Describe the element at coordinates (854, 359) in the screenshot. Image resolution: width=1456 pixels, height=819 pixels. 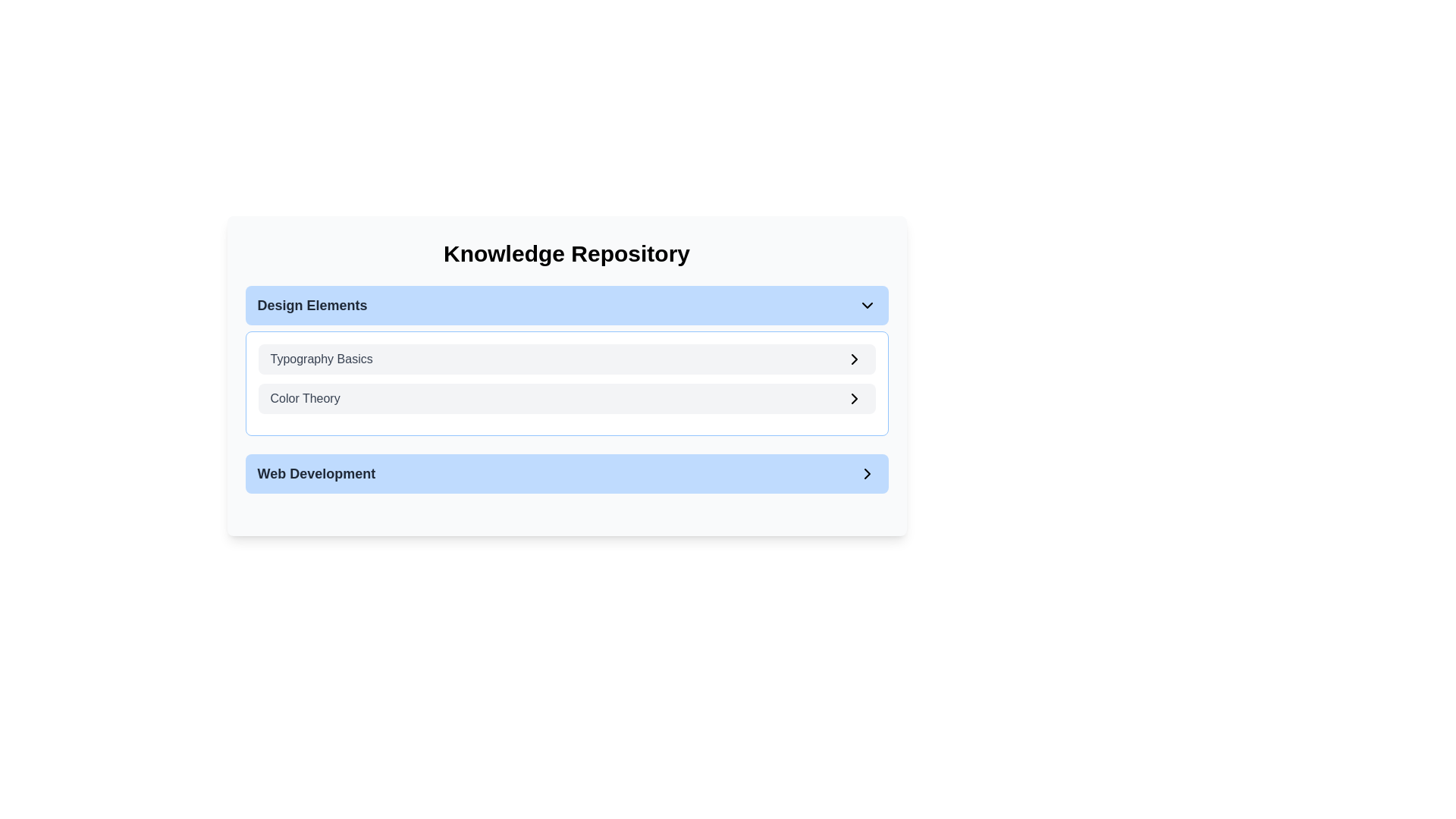
I see `the arrow-shaped icon representing a rightward direction, located at the far right of the 'Color Theory' row under the 'Design Elements' section` at that location.